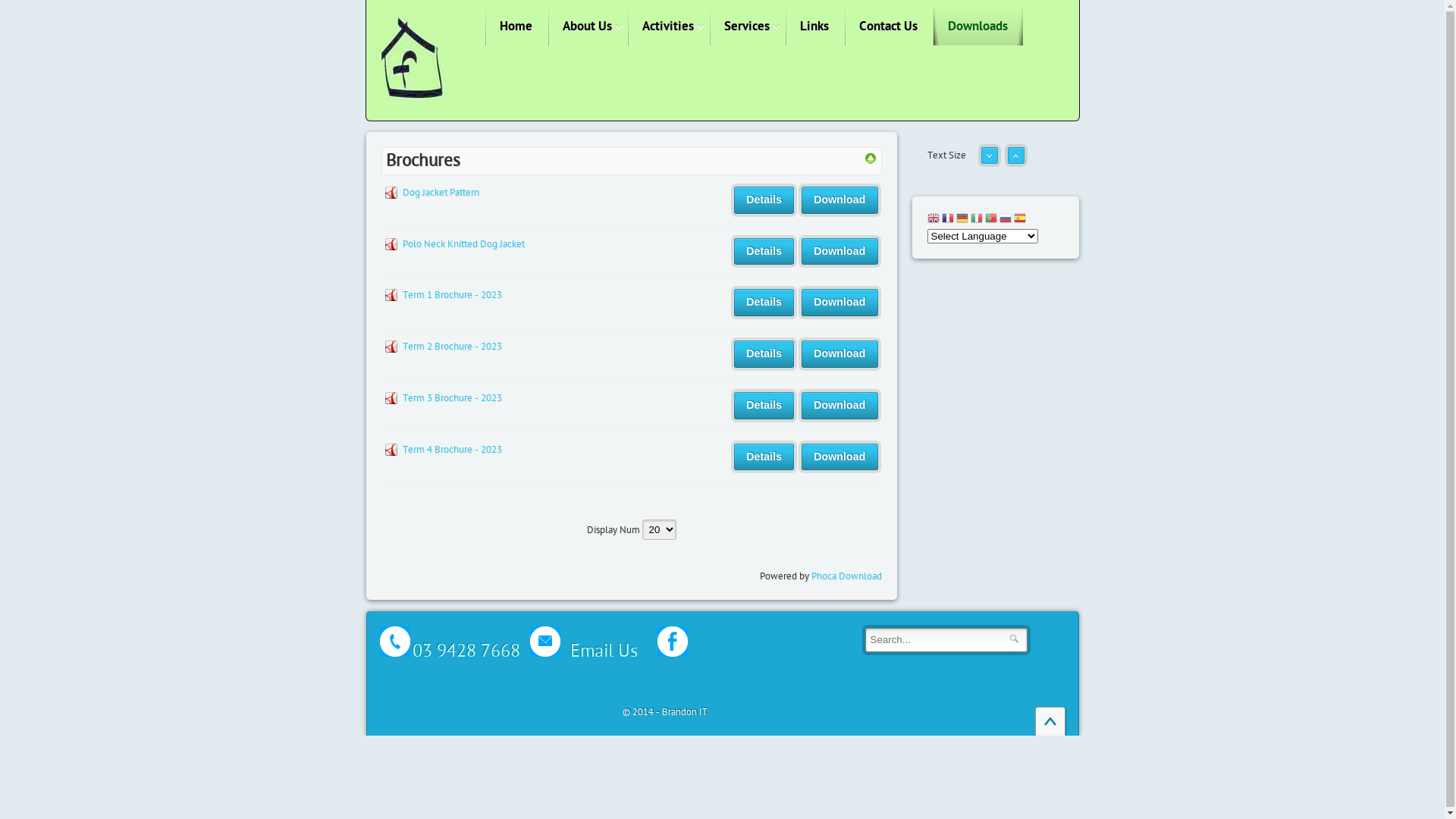 The height and width of the screenshot is (819, 1456). Describe the element at coordinates (450, 449) in the screenshot. I see `'Term 4 Brochure - 2023'` at that location.